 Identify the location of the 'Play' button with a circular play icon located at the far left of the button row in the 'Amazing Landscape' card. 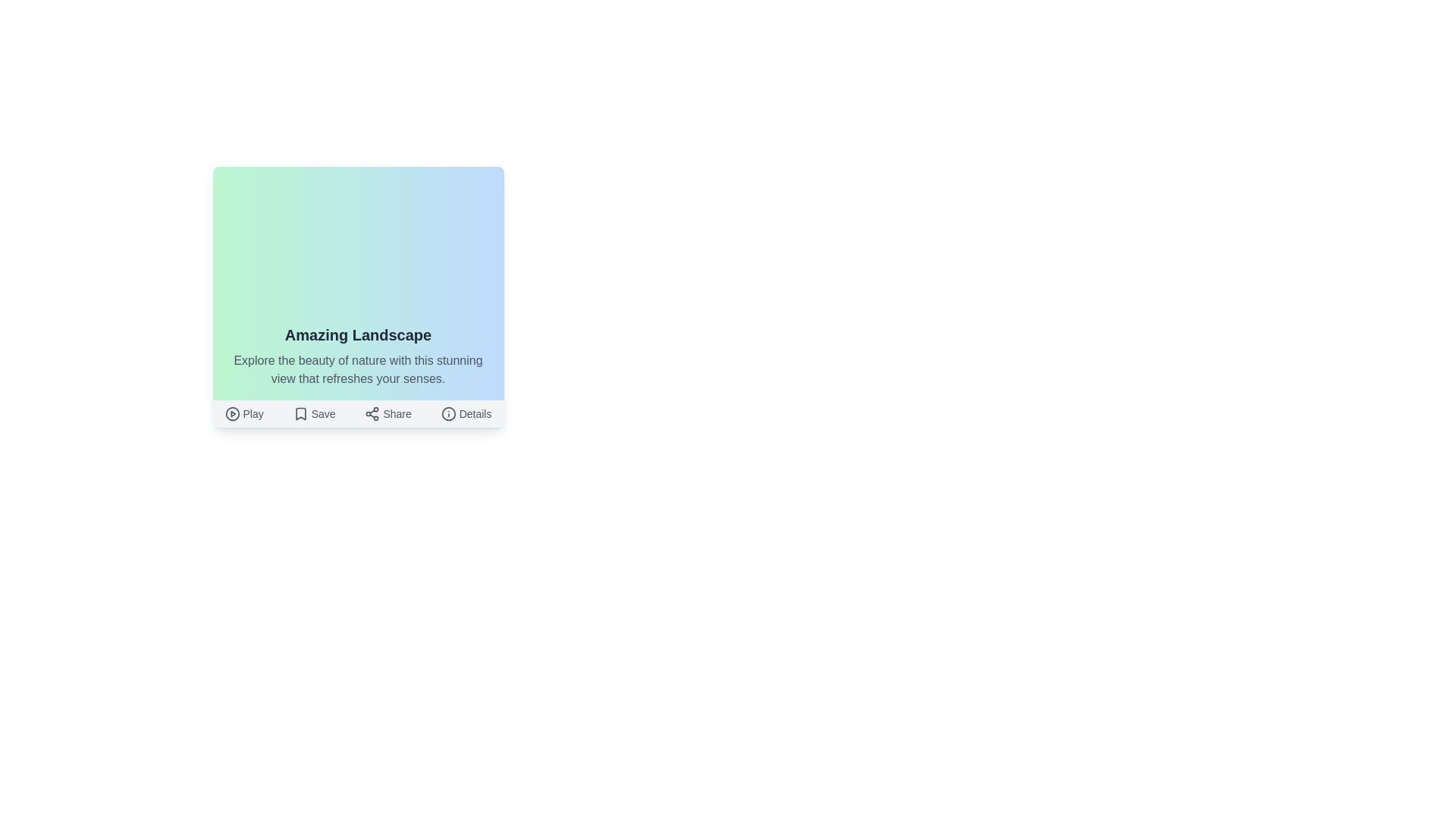
(244, 414).